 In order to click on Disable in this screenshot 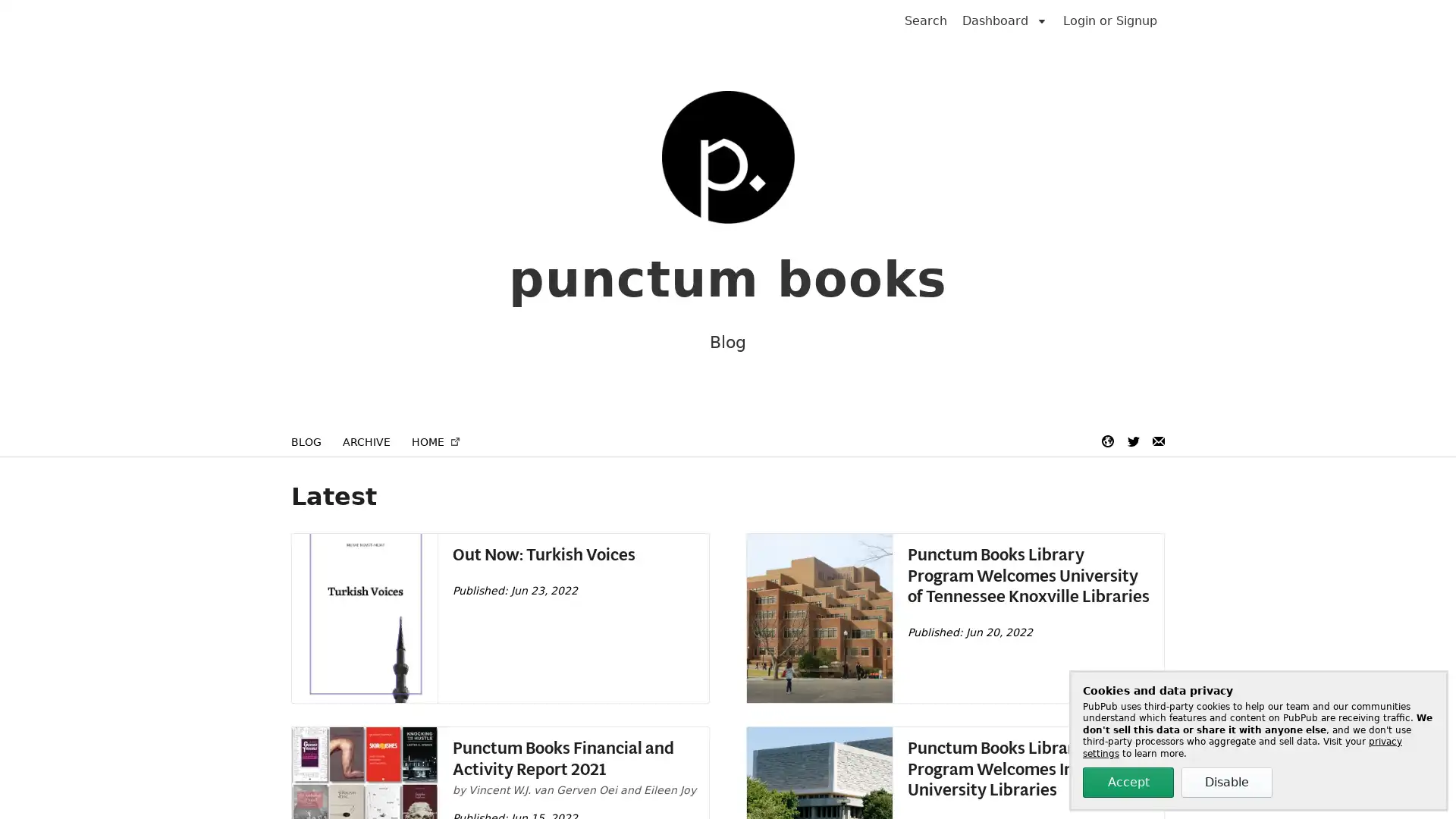, I will do `click(1226, 783)`.